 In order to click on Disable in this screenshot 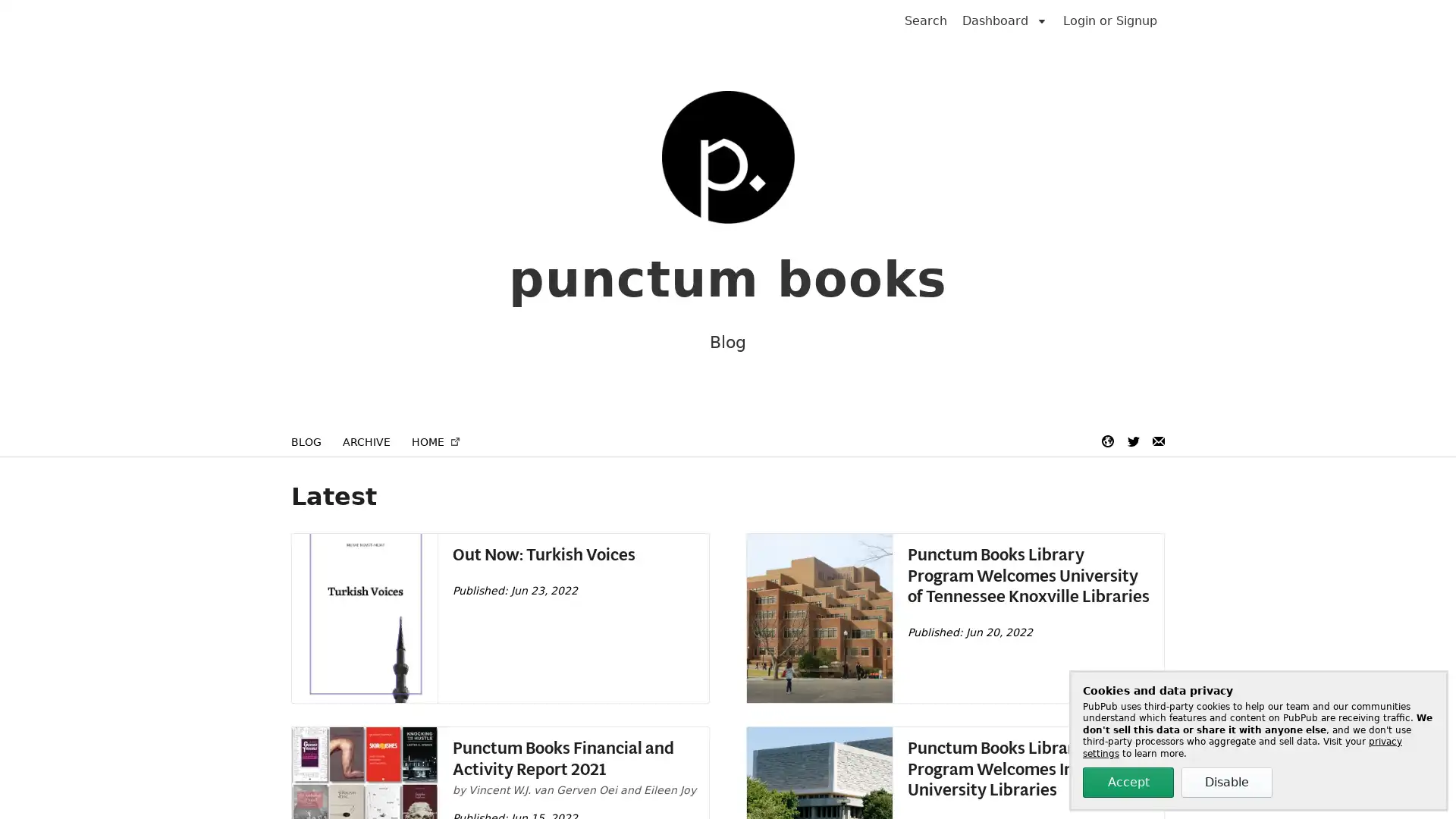, I will do `click(1226, 783)`.